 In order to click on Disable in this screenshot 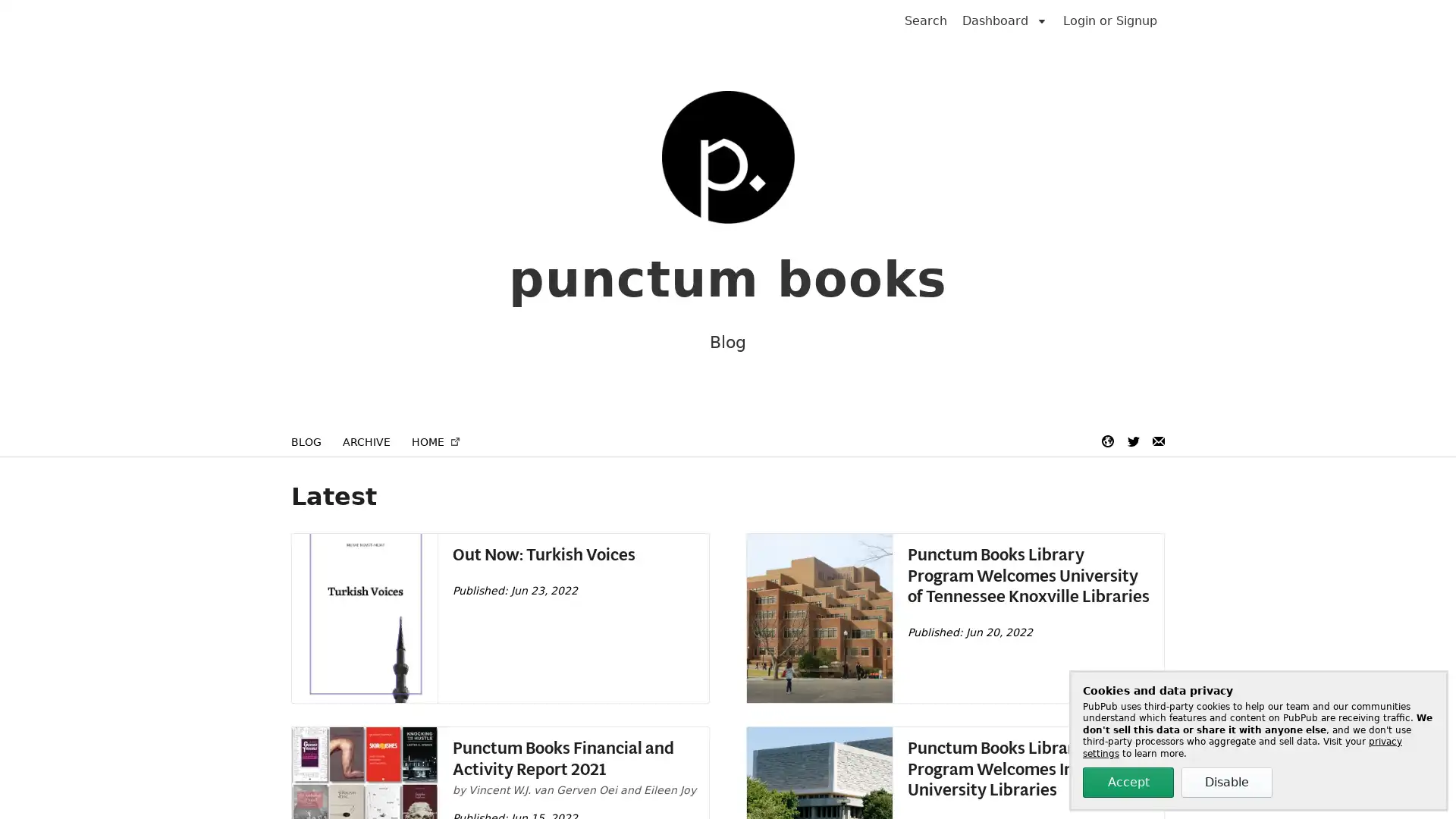, I will do `click(1226, 783)`.